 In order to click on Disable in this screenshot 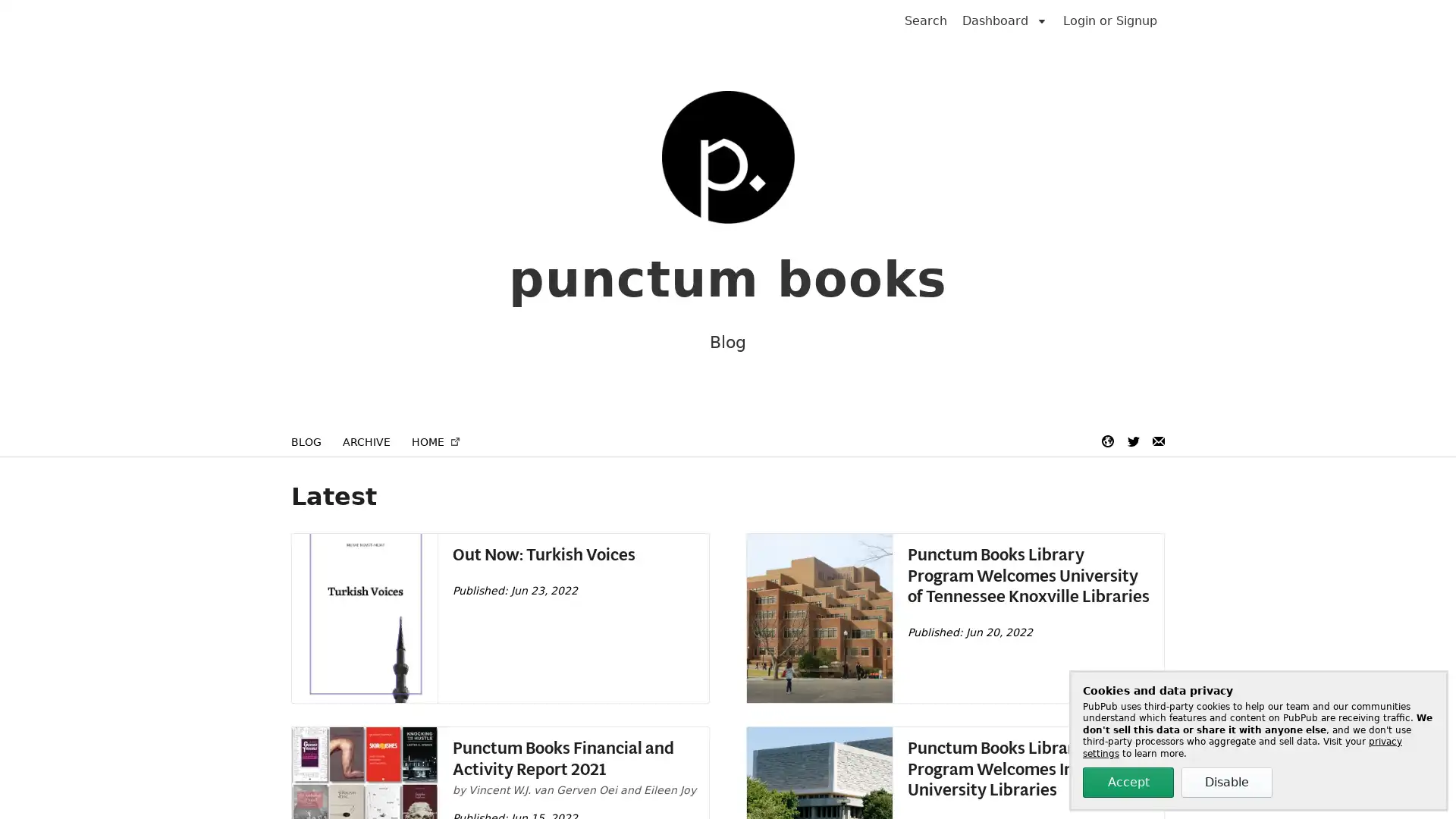, I will do `click(1226, 783)`.